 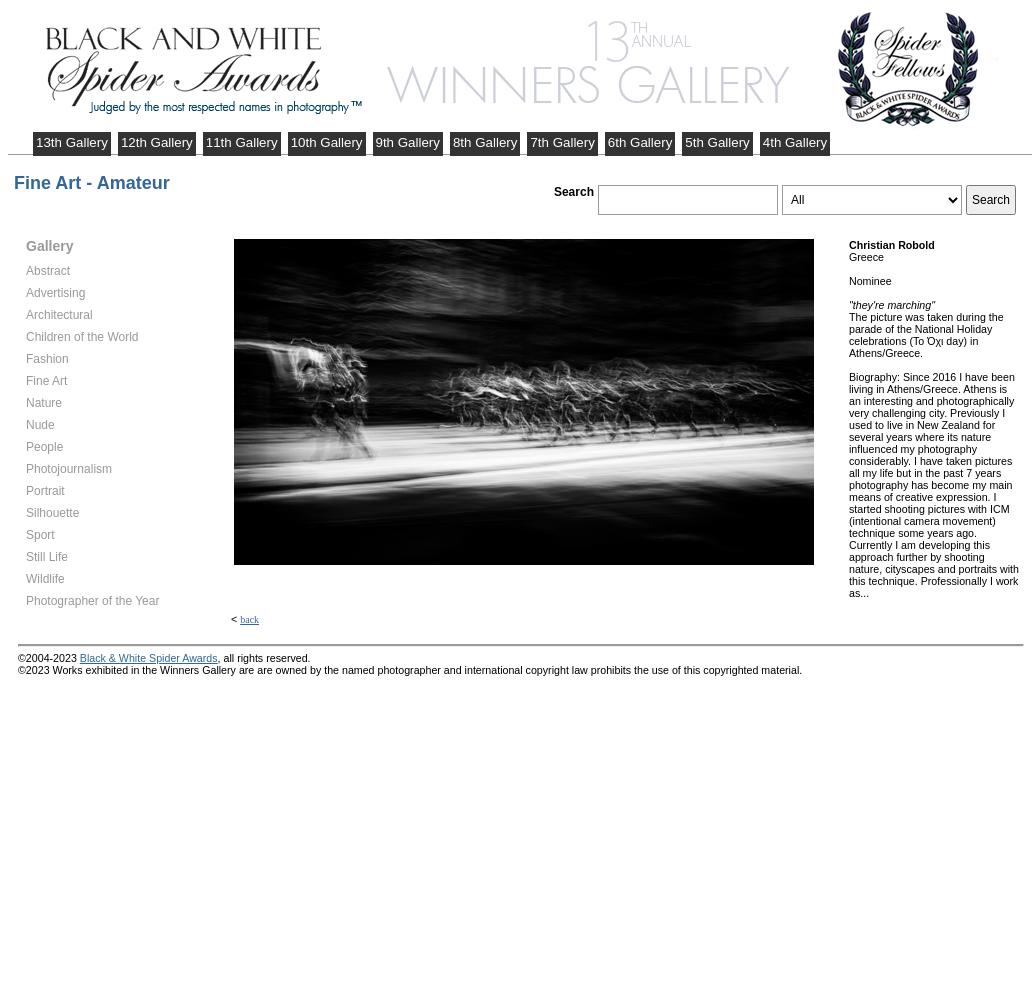 I want to click on 'The picture was taken during the parade of the National Holiday celebrations (Το Όχι day) in Athens/Greece.', so click(x=925, y=334).